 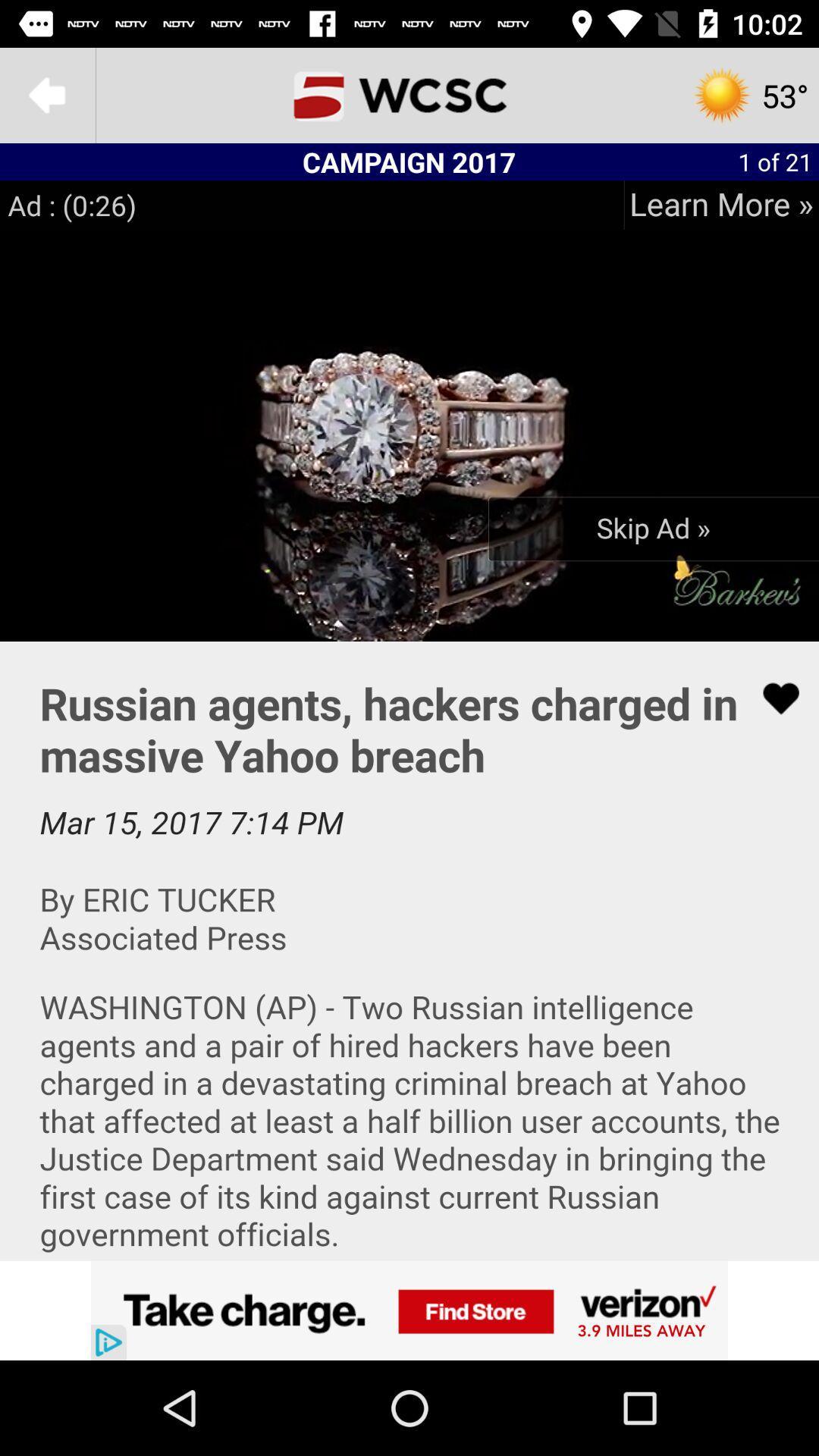 What do you see at coordinates (749, 94) in the screenshot?
I see `the settings icon` at bounding box center [749, 94].